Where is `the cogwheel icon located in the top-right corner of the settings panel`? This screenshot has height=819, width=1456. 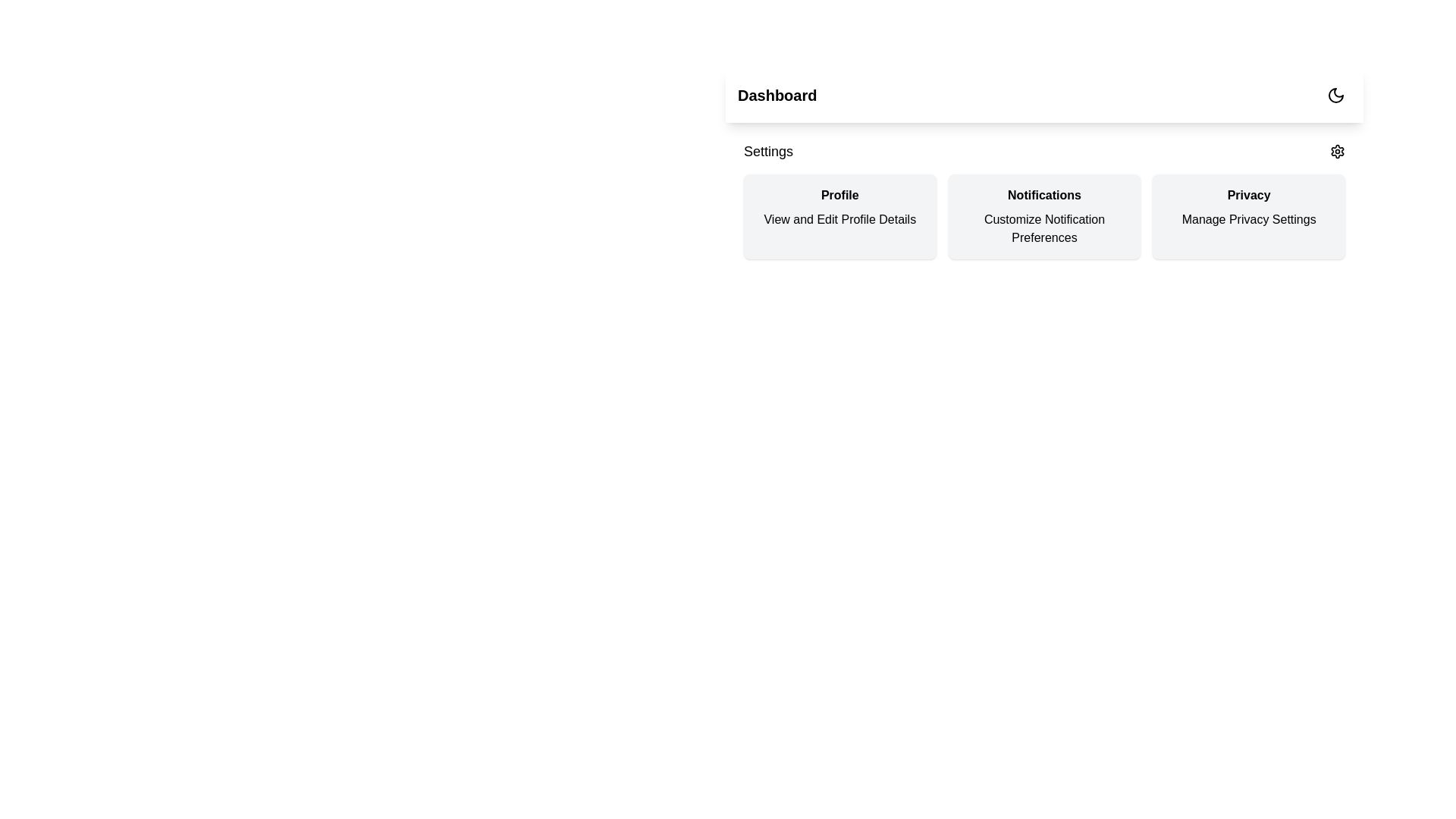
the cogwheel icon located in the top-right corner of the settings panel is located at coordinates (1337, 152).